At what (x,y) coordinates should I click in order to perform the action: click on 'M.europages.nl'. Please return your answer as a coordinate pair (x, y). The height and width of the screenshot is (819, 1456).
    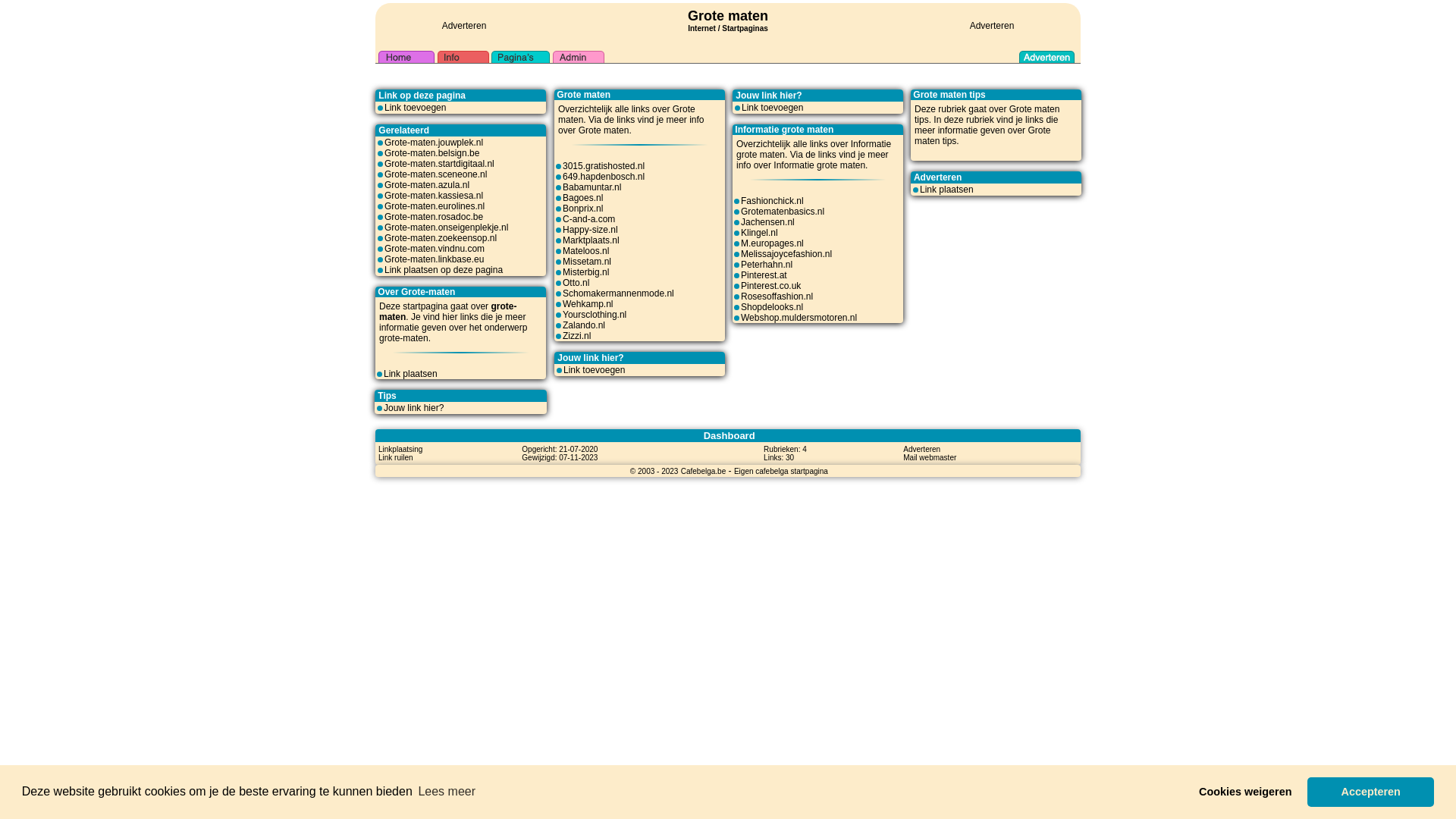
    Looking at the image, I should click on (741, 242).